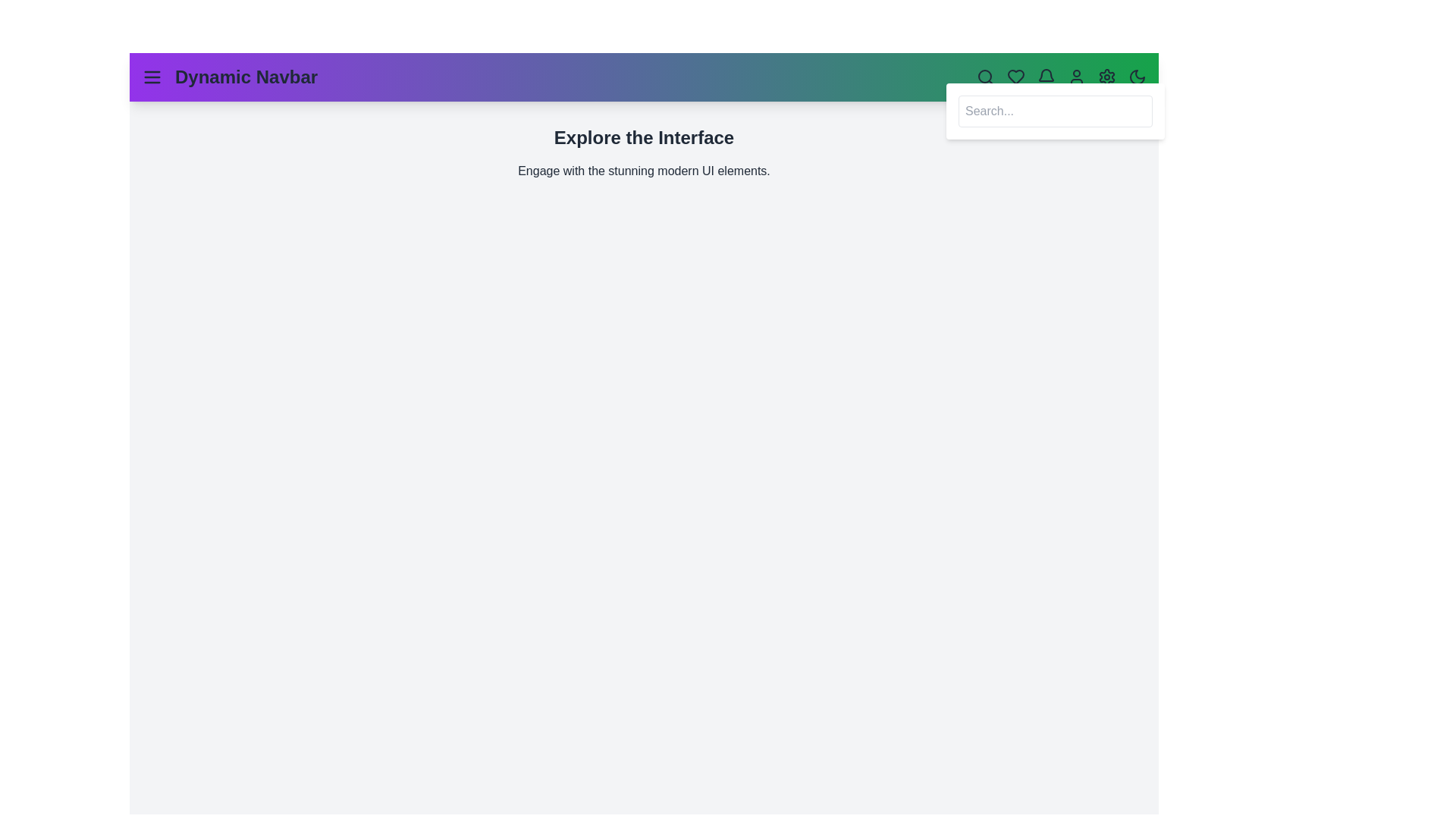 This screenshot has width=1456, height=819. Describe the element at coordinates (152, 77) in the screenshot. I see `the menu icon to open the navigation menu` at that location.